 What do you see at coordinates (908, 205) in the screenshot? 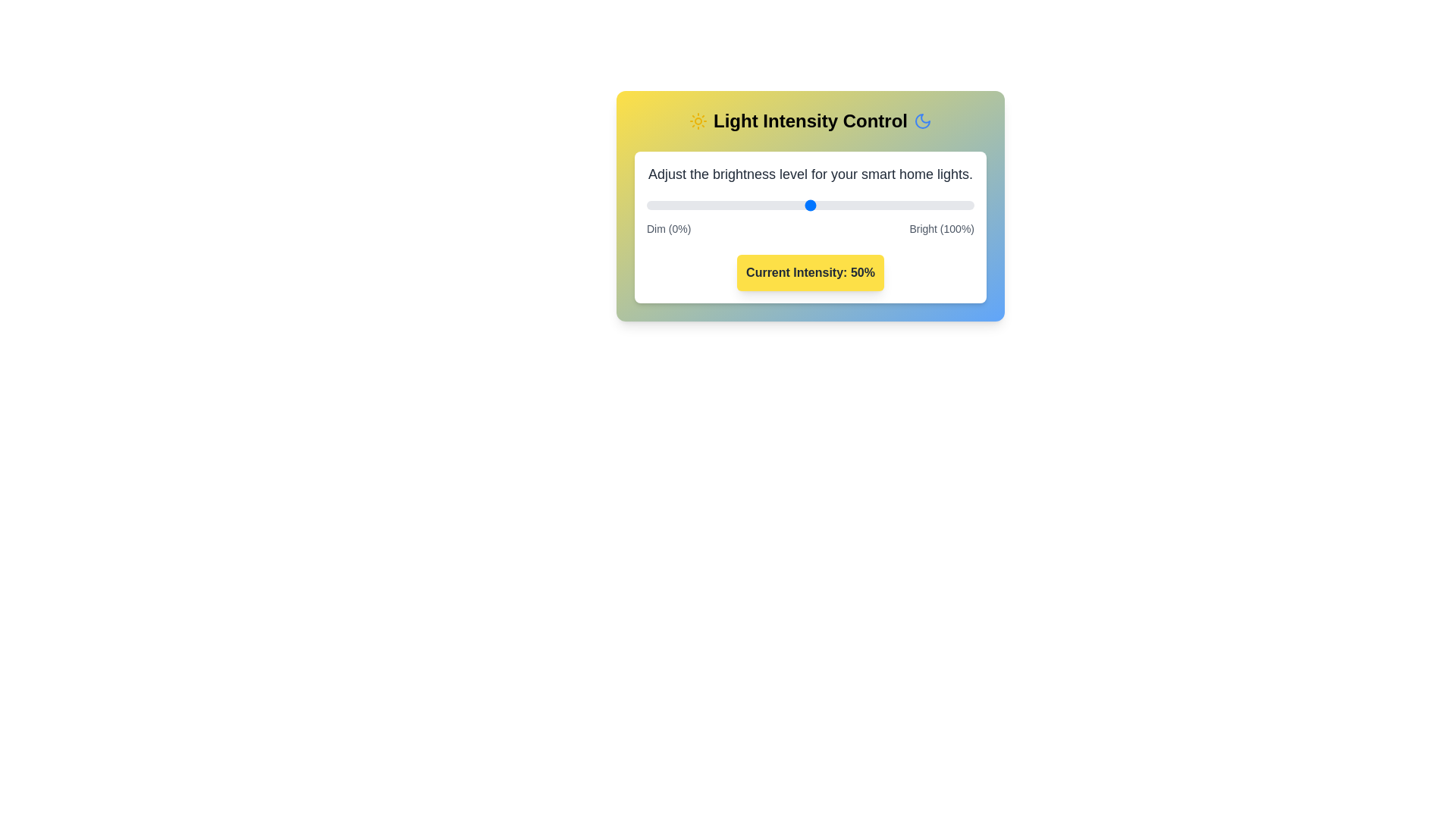
I see `the light intensity to 80% by moving the slider` at bounding box center [908, 205].